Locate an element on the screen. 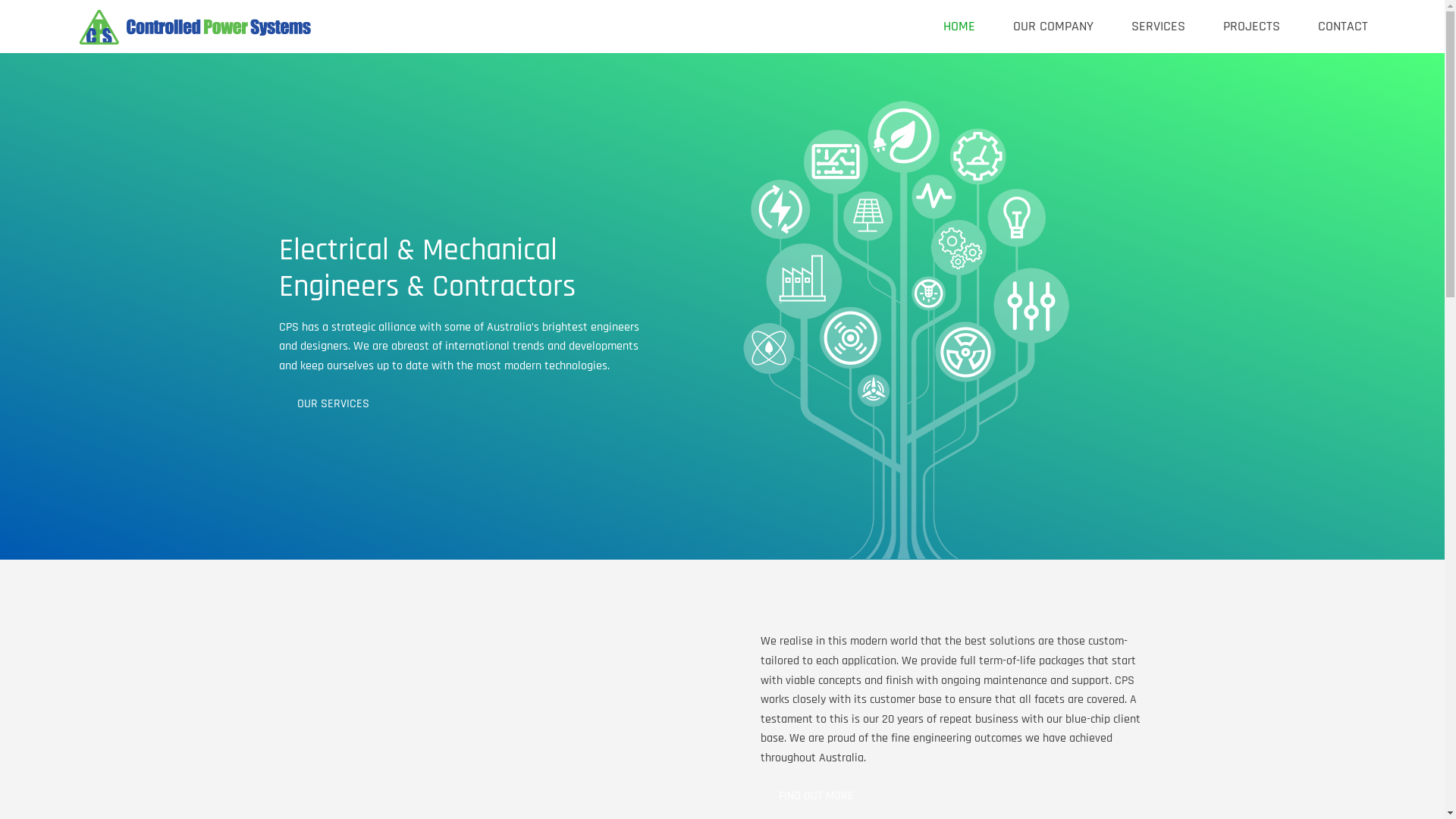 The height and width of the screenshot is (819, 1456). 'OUR SERVICES' is located at coordinates (332, 403).